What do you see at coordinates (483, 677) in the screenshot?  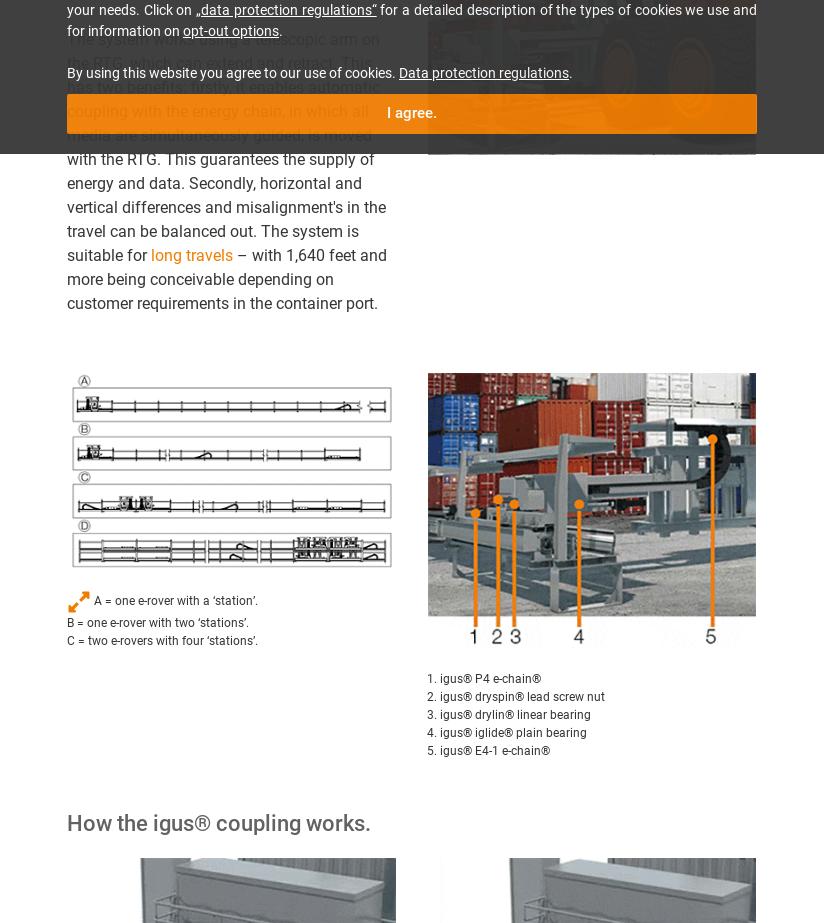 I see `'1. igus® P4 e-chain®'` at bounding box center [483, 677].